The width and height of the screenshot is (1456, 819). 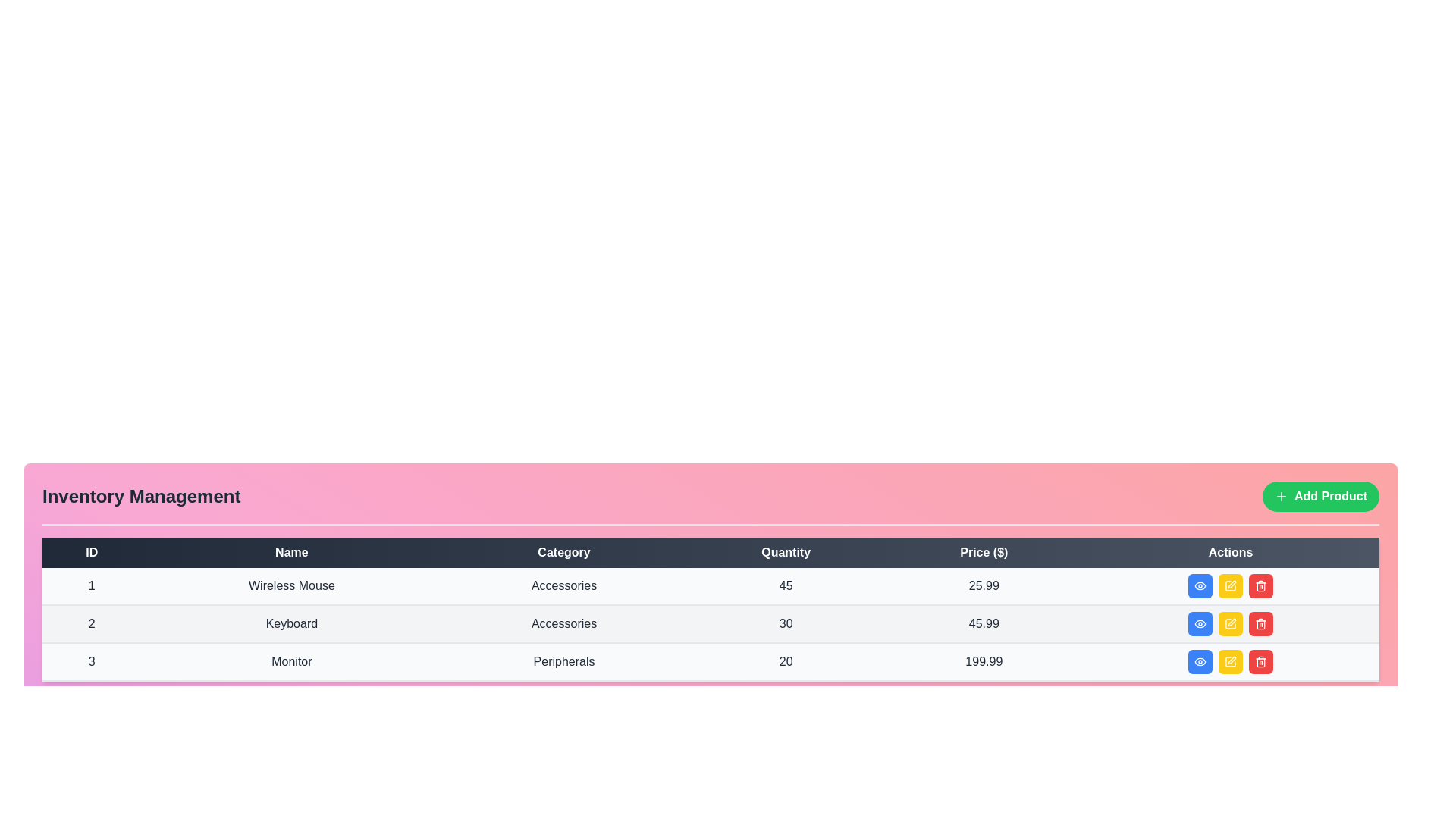 What do you see at coordinates (1261, 662) in the screenshot?
I see `the structural rectangle of the trash can icon located in the 'Actions' column of the third row under the Inventory Management header` at bounding box center [1261, 662].